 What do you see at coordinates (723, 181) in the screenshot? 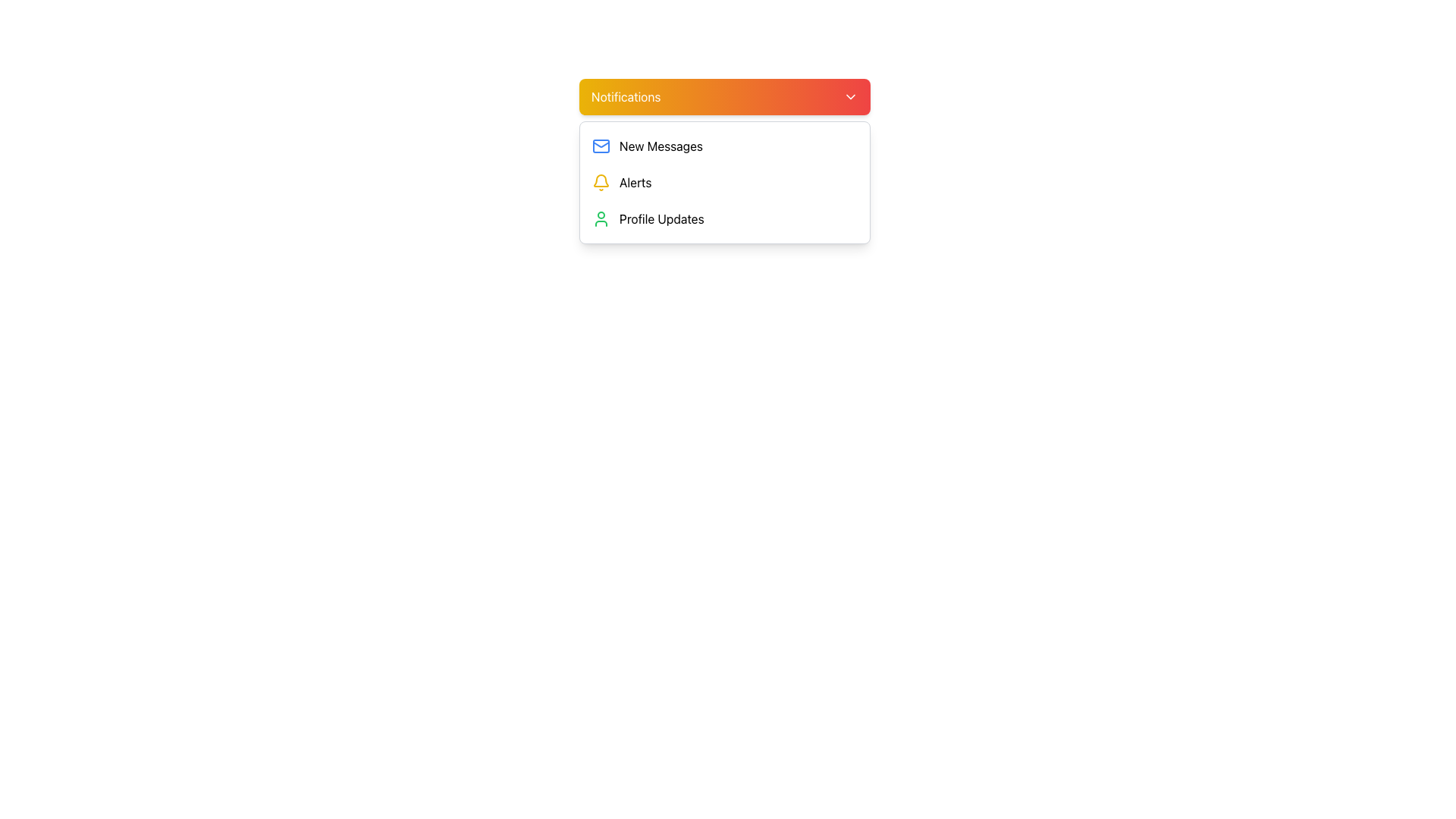
I see `keyboard navigation` at bounding box center [723, 181].